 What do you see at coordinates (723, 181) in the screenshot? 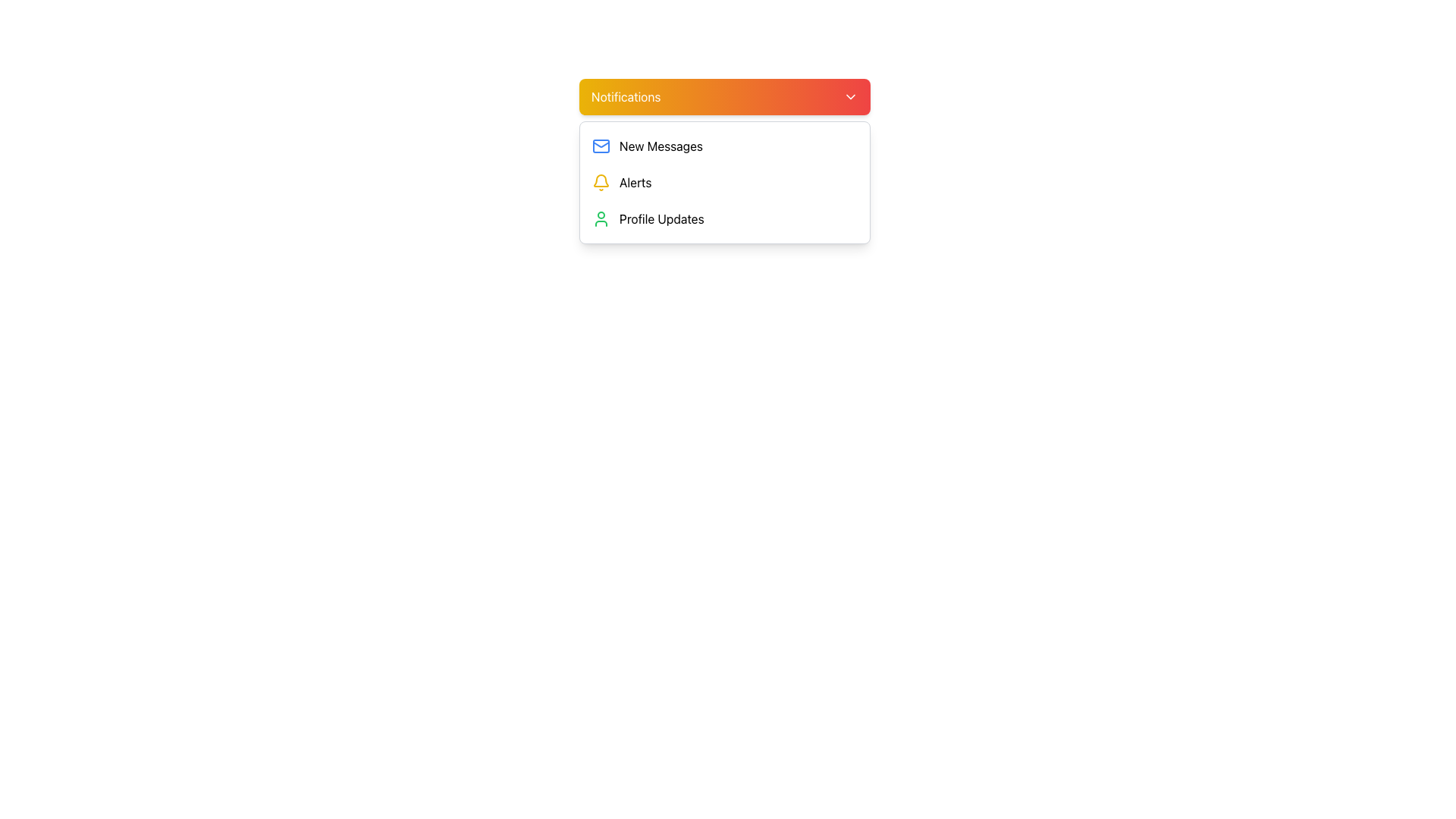
I see `keyboard navigation` at bounding box center [723, 181].